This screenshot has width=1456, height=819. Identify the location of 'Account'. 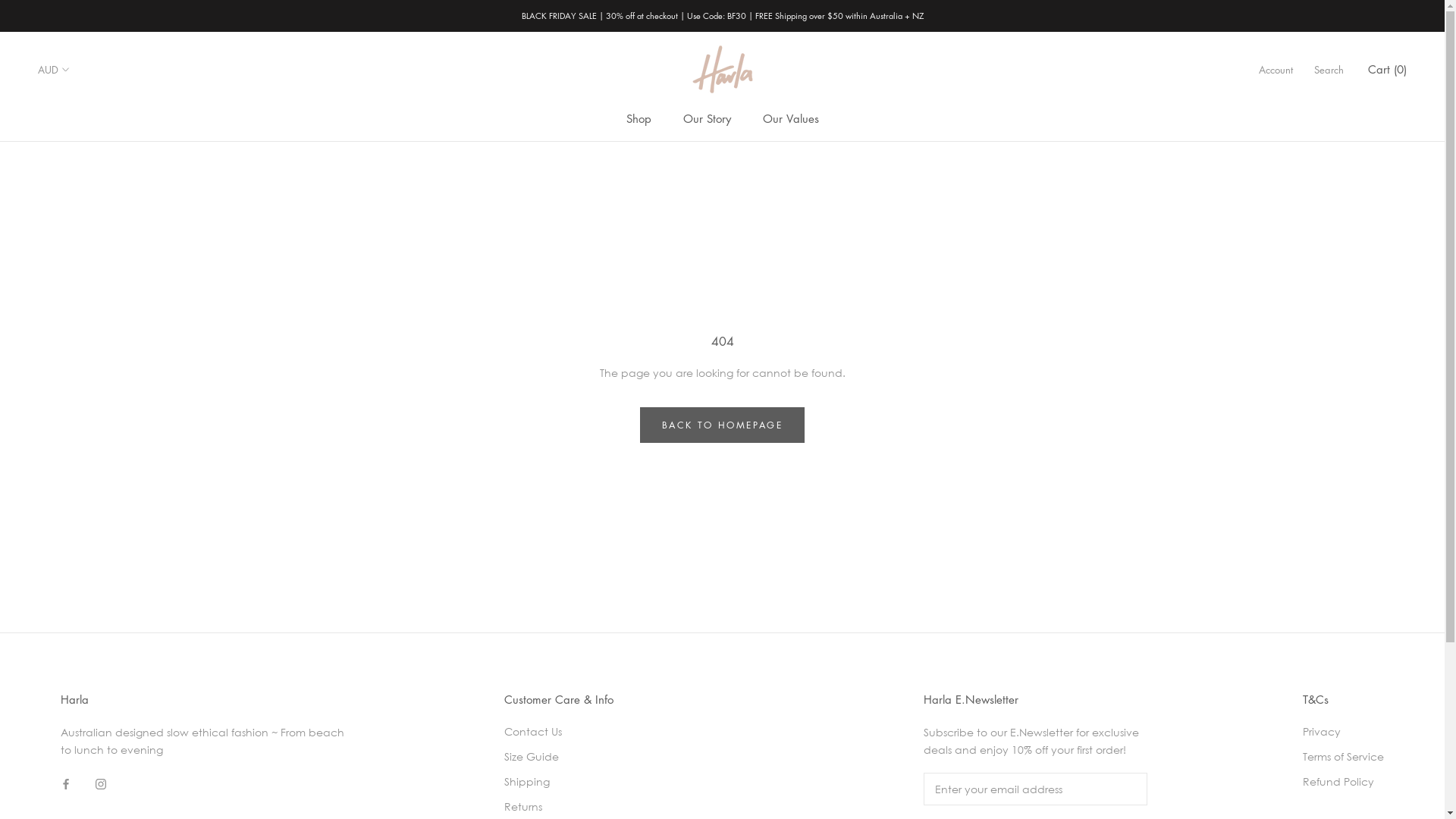
(1275, 69).